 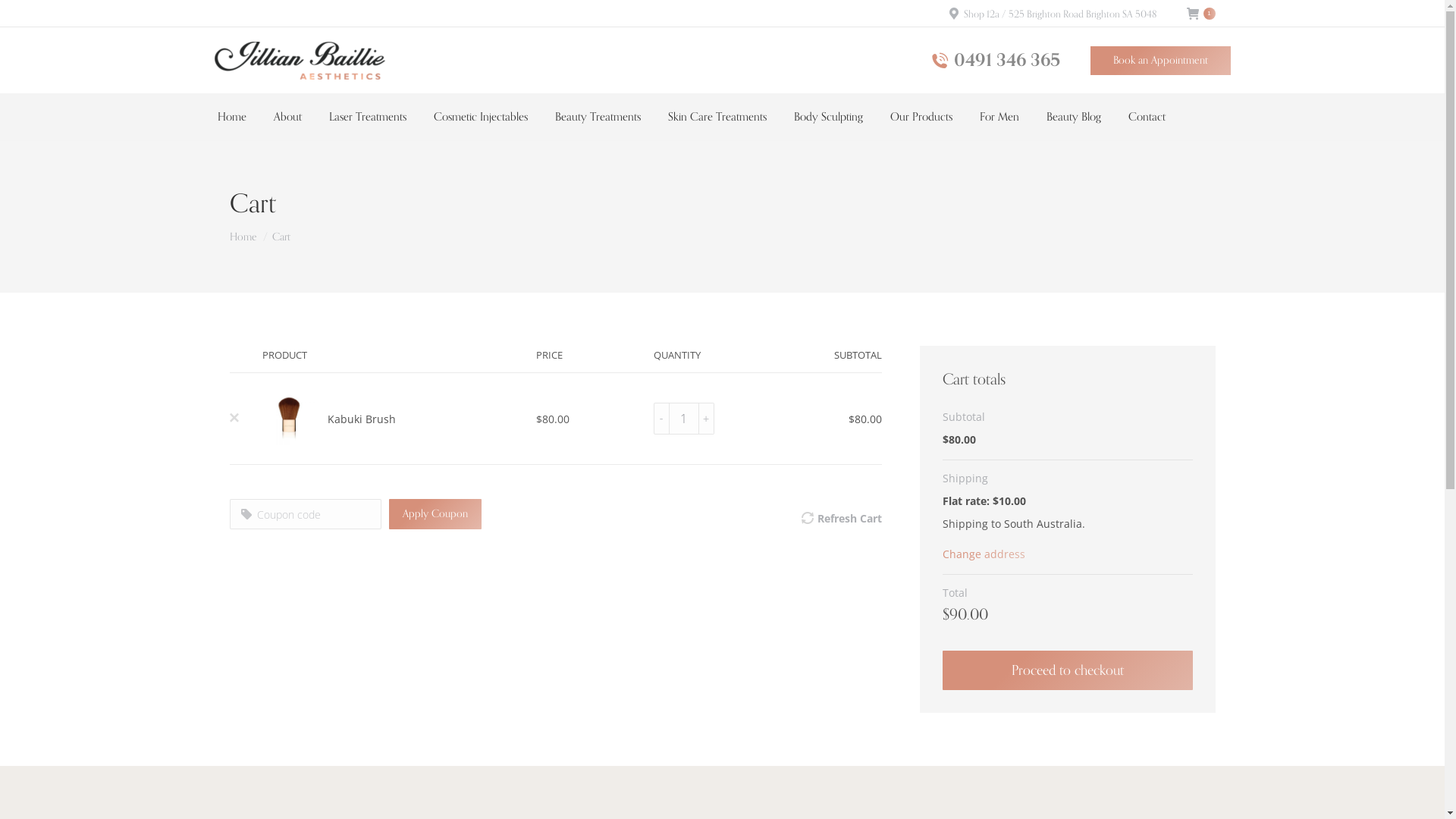 I want to click on 'Cosmetic Injectables', so click(x=479, y=116).